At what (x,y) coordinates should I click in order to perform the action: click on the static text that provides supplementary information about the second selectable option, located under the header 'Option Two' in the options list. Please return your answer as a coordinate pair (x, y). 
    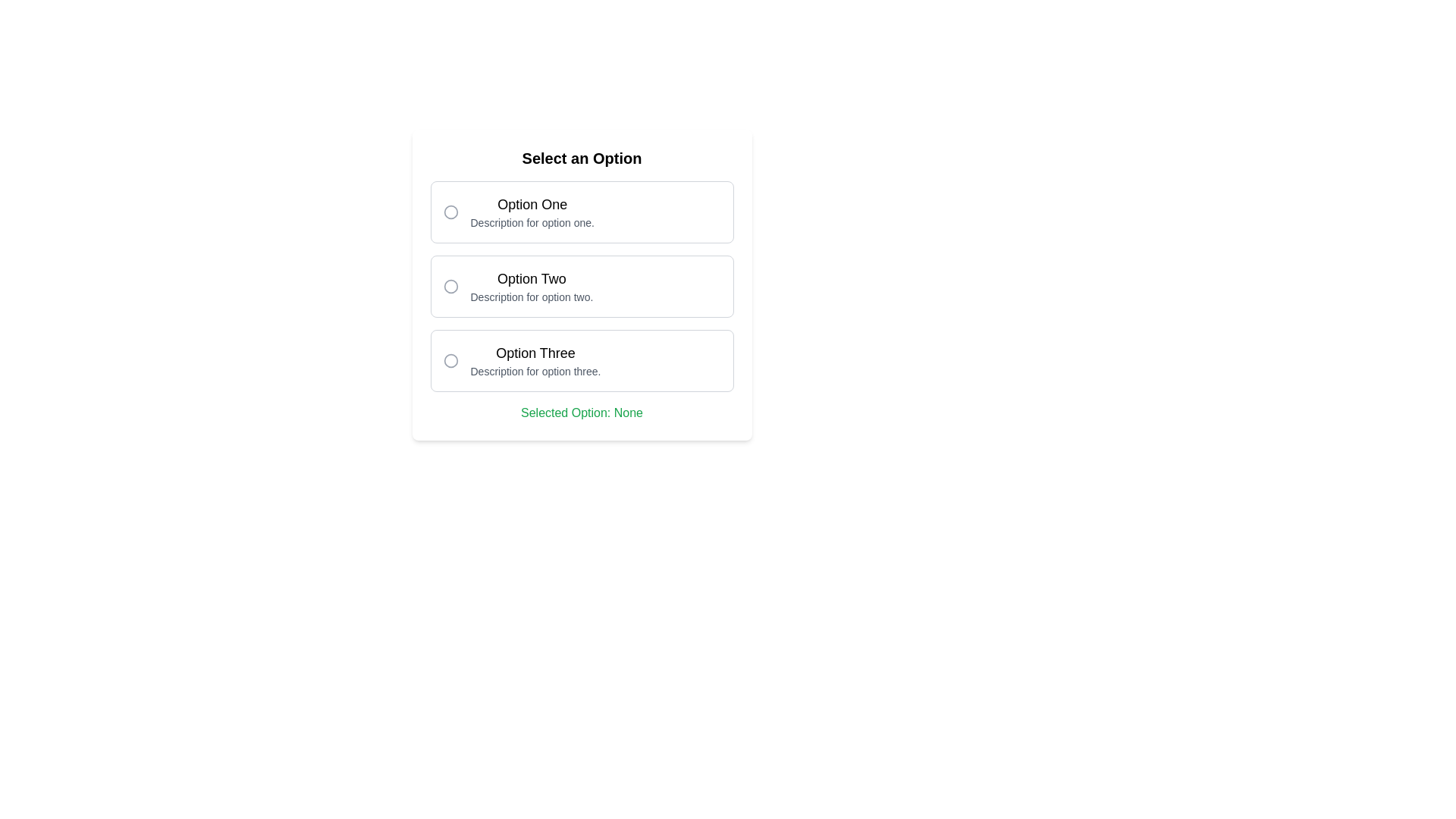
    Looking at the image, I should click on (532, 297).